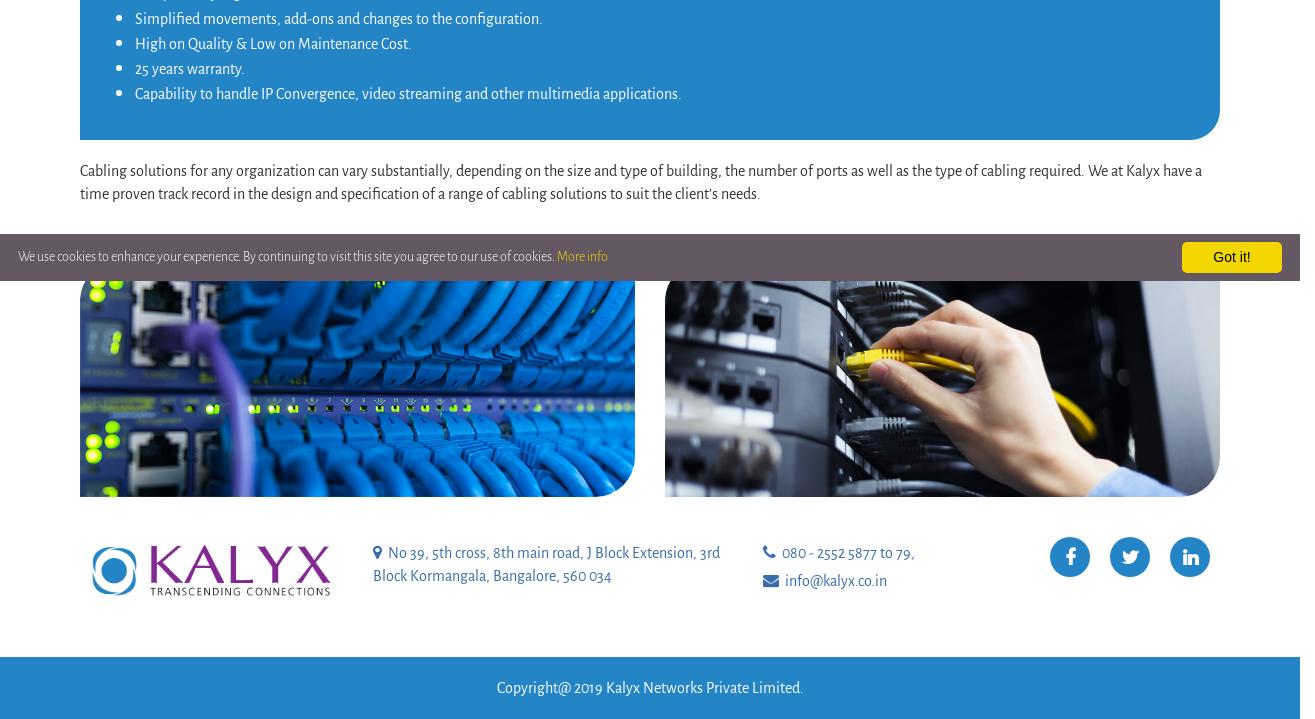  I want to click on 'info@kalyx.co.in', so click(832, 580).